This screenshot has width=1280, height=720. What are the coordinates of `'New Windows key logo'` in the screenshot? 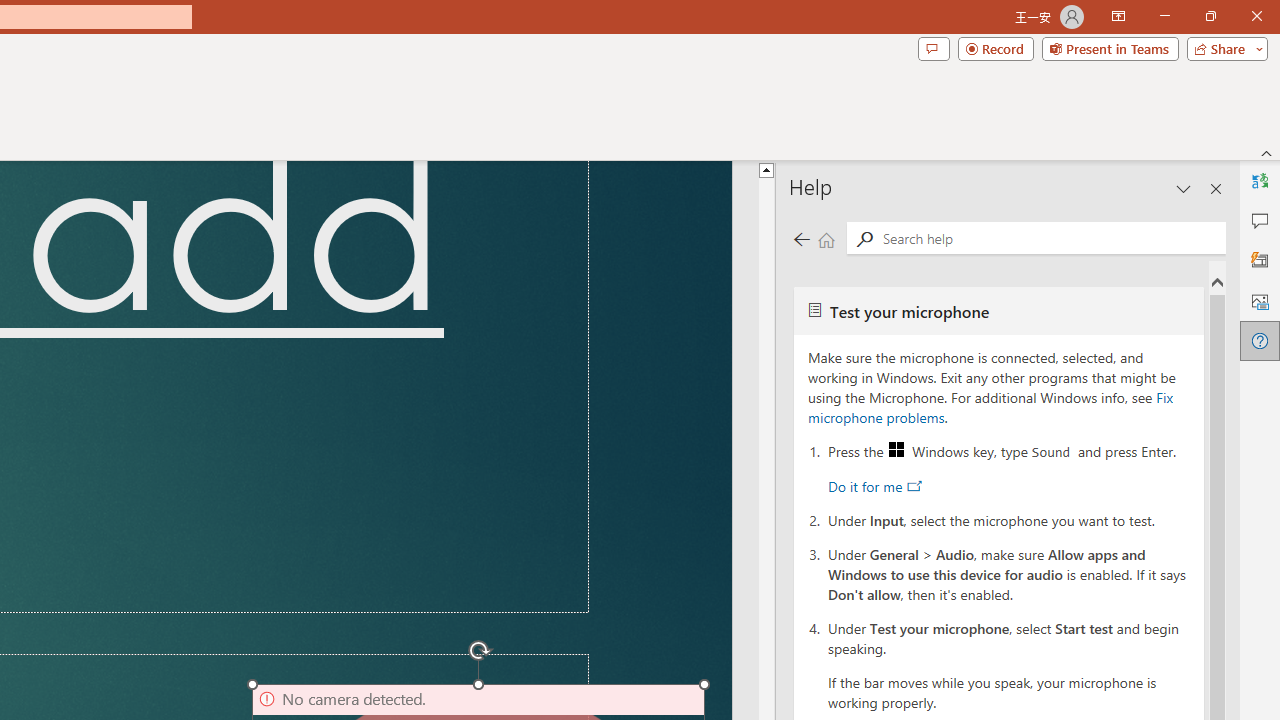 It's located at (895, 448).